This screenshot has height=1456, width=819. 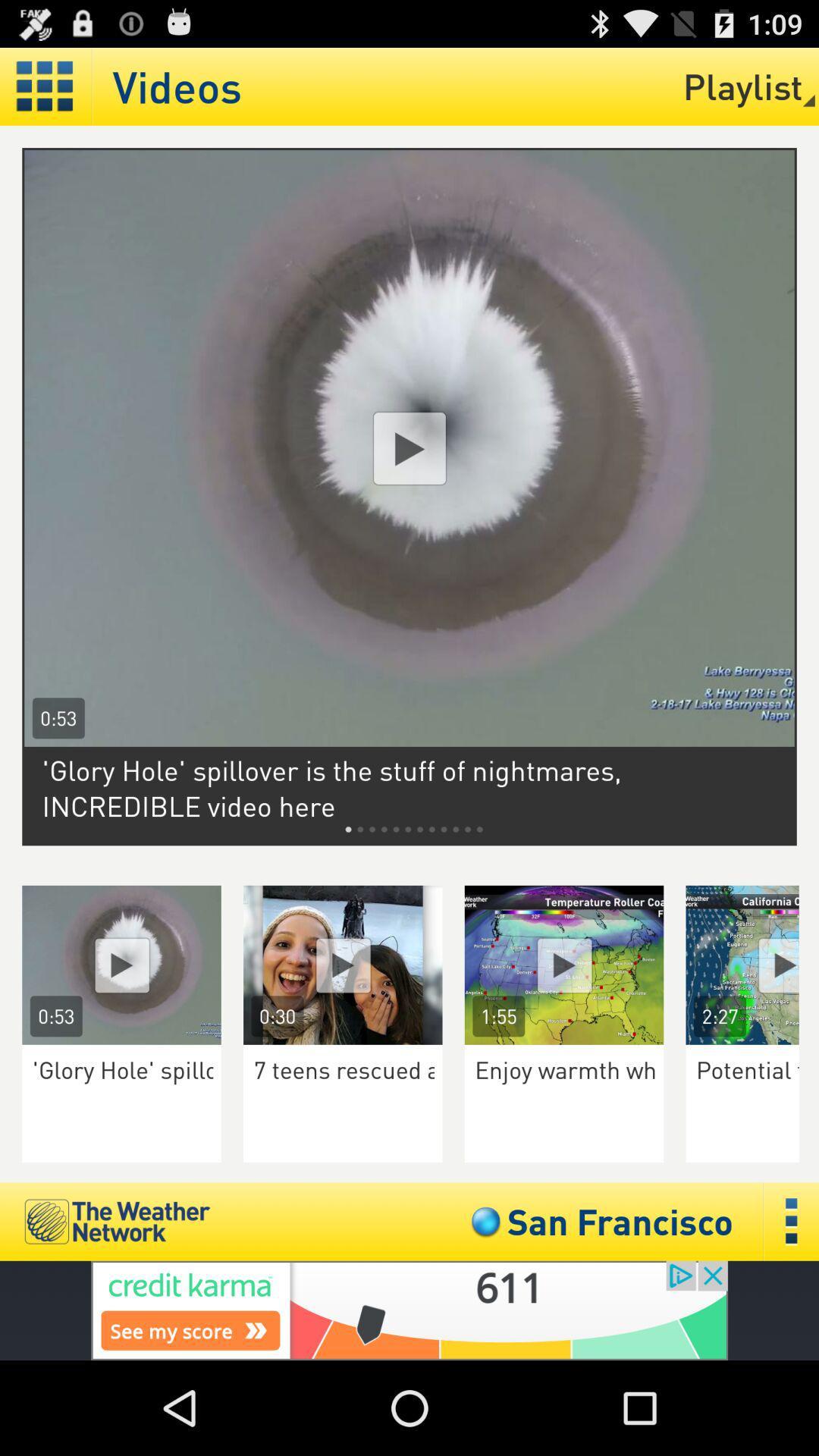 I want to click on click in three dots to open menu, so click(x=791, y=1222).